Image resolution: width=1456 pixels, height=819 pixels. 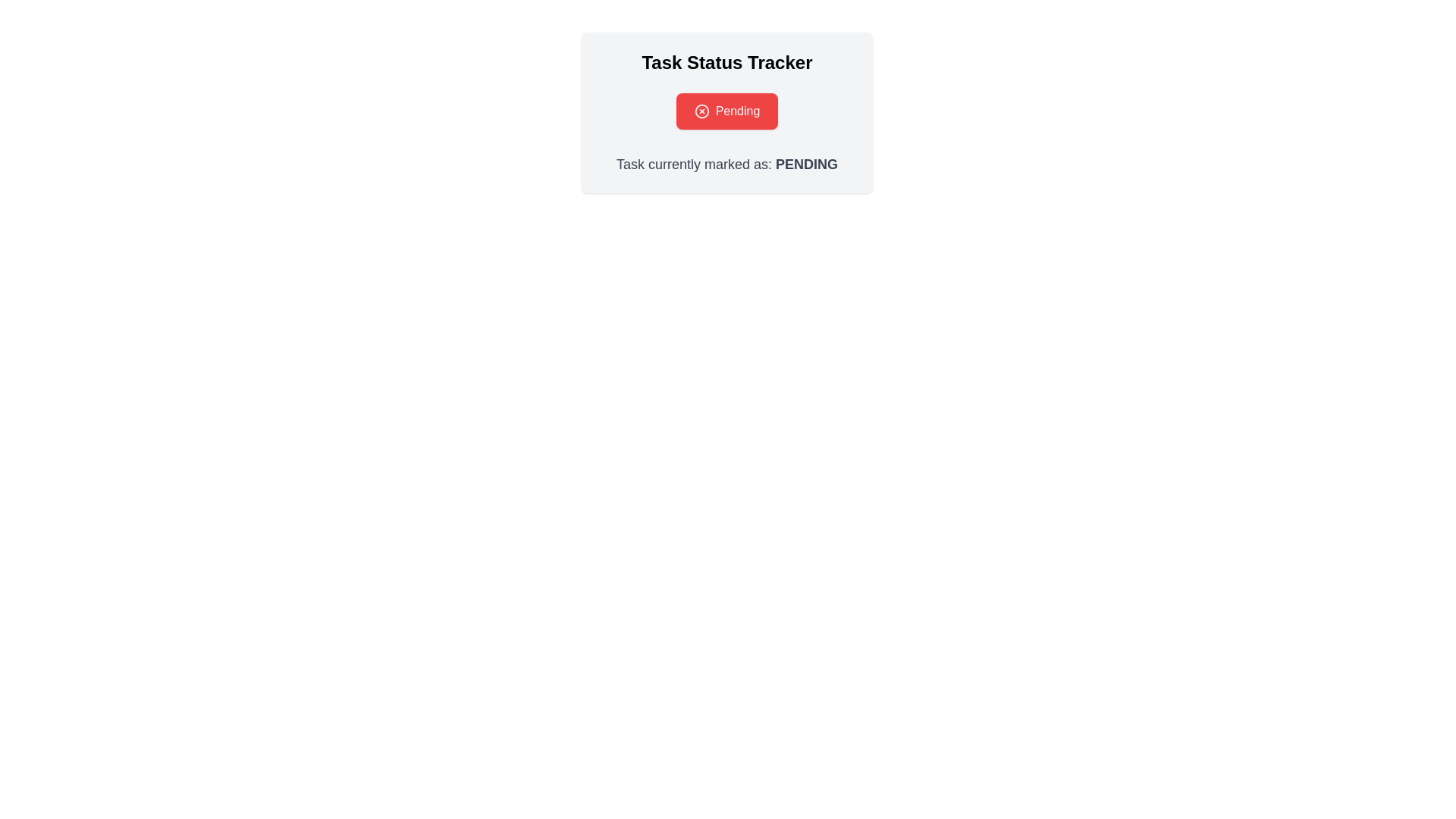 I want to click on the status indicator button labeled 'Pending' located below the 'Task Status Tracker' heading, so click(x=726, y=110).